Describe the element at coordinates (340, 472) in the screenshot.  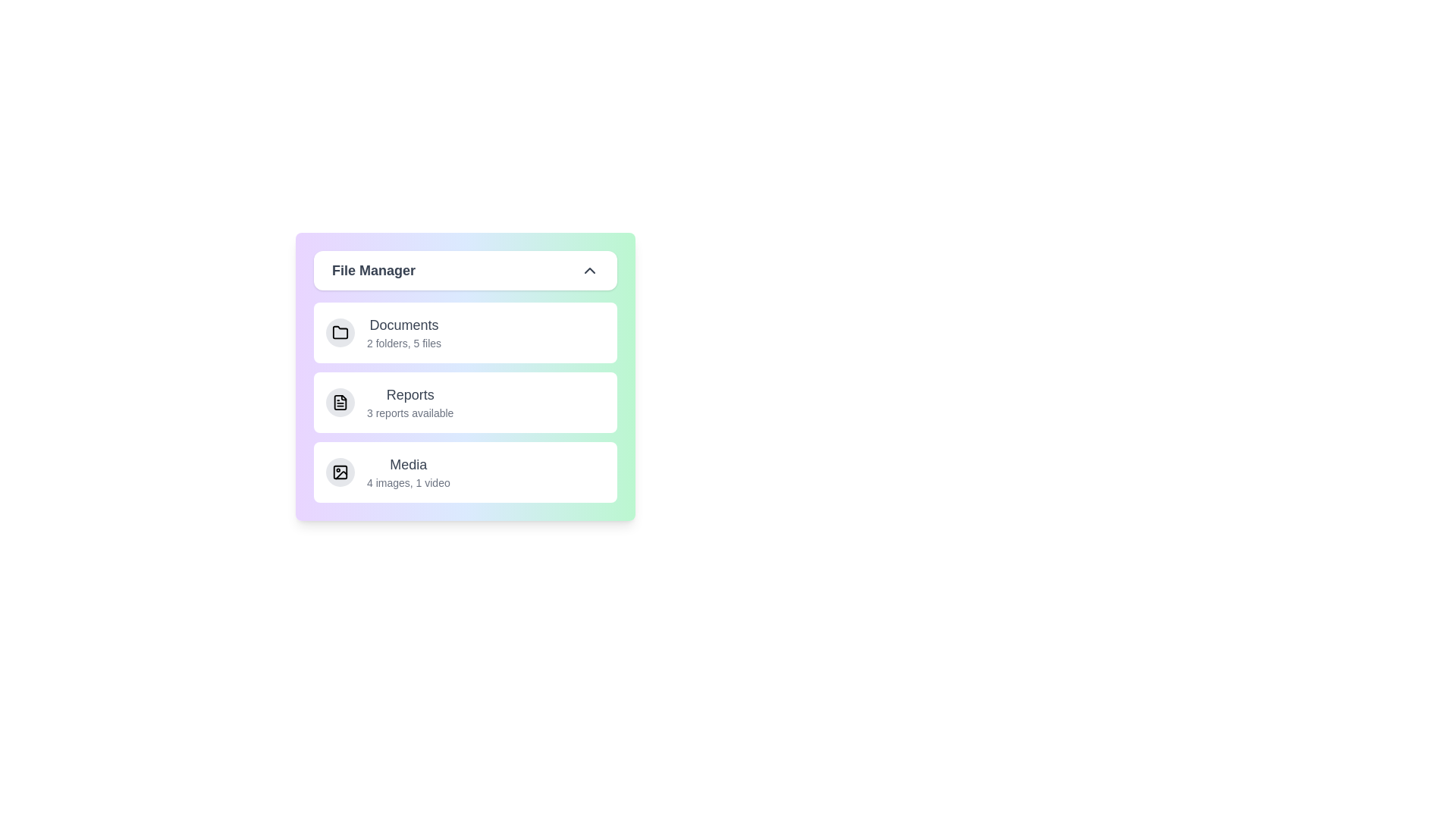
I see `the icon for Media to inspect it` at that location.